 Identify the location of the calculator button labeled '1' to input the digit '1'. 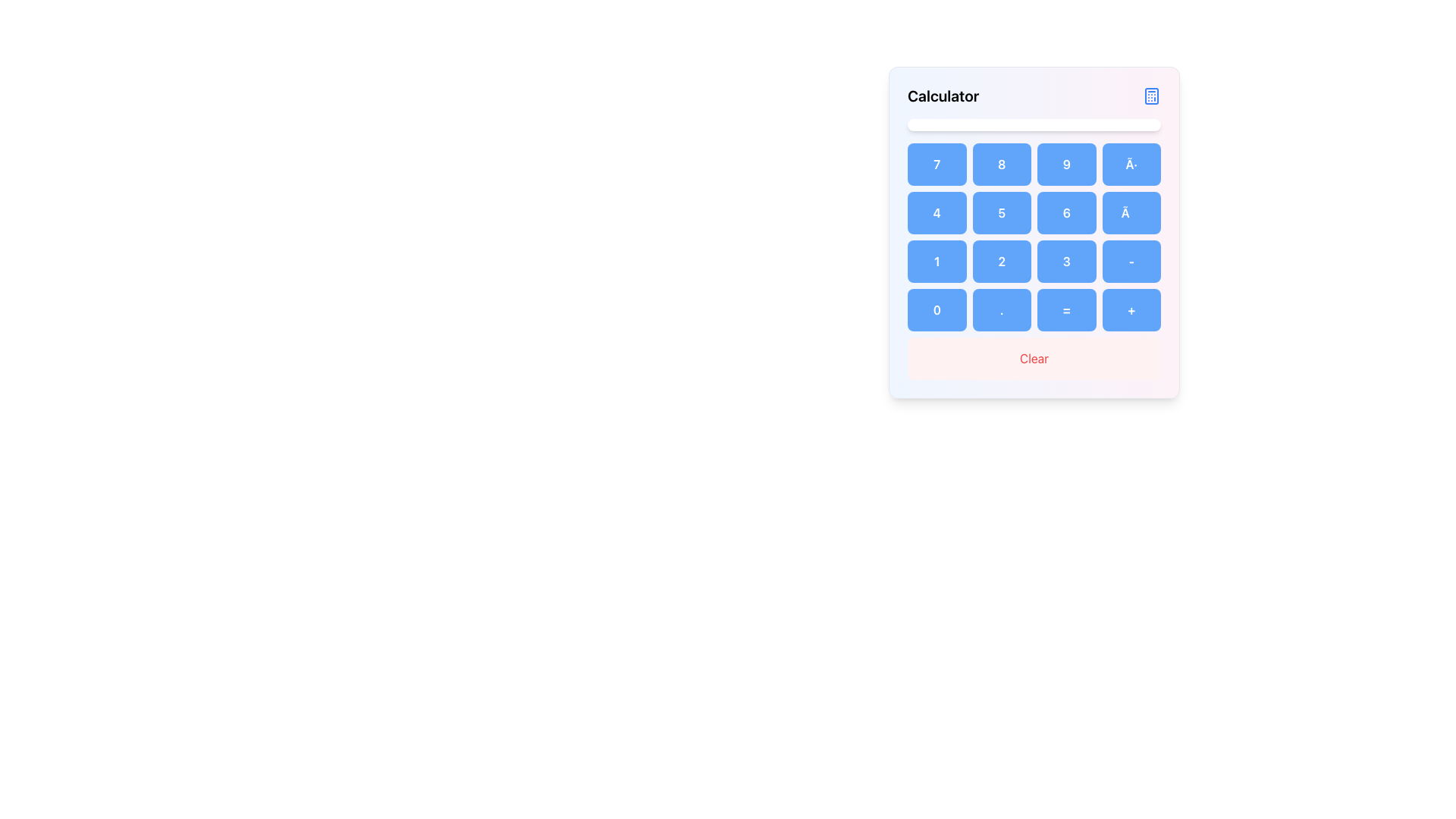
(936, 260).